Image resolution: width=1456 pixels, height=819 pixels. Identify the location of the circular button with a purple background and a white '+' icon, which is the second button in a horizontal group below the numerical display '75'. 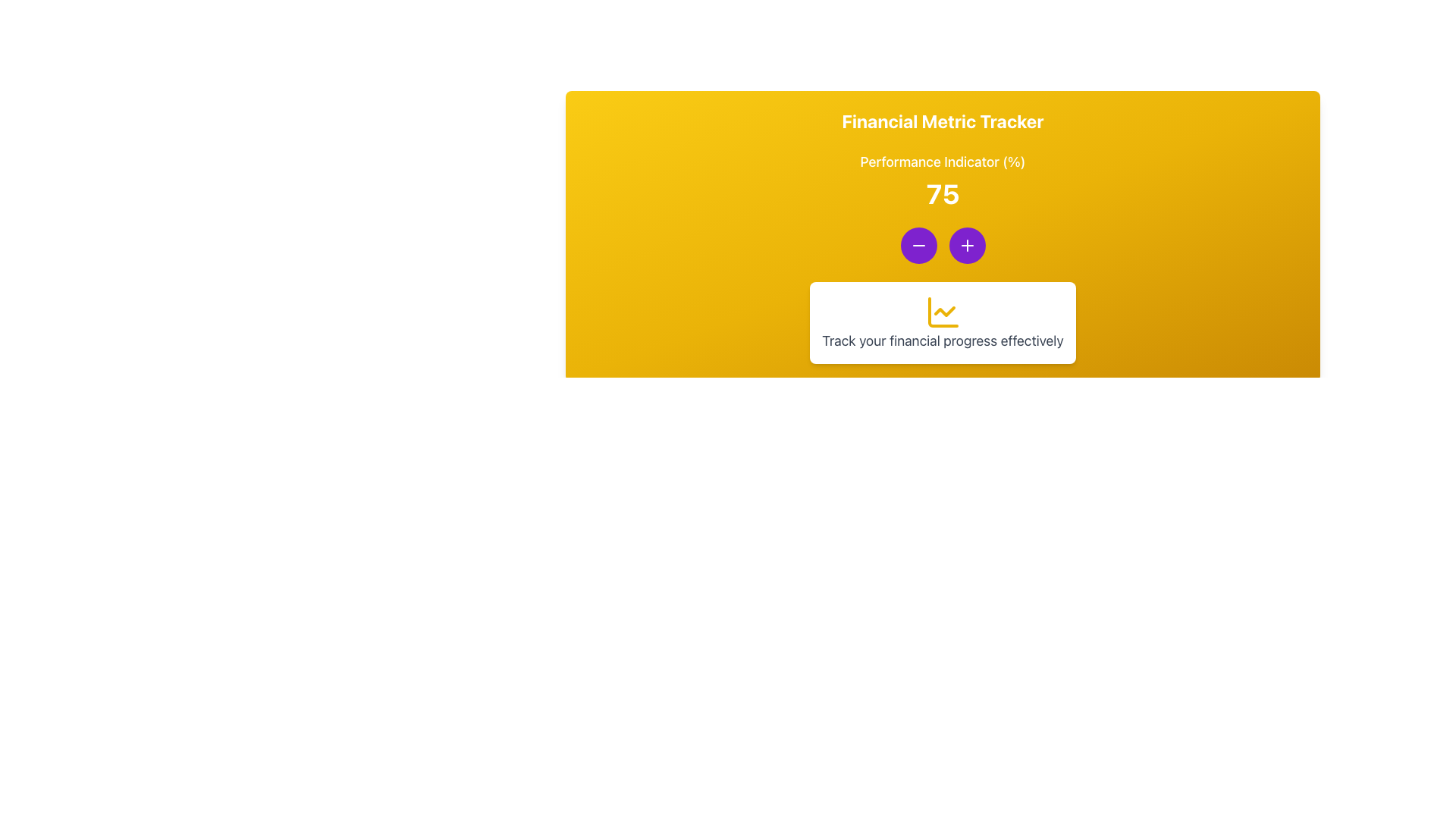
(966, 245).